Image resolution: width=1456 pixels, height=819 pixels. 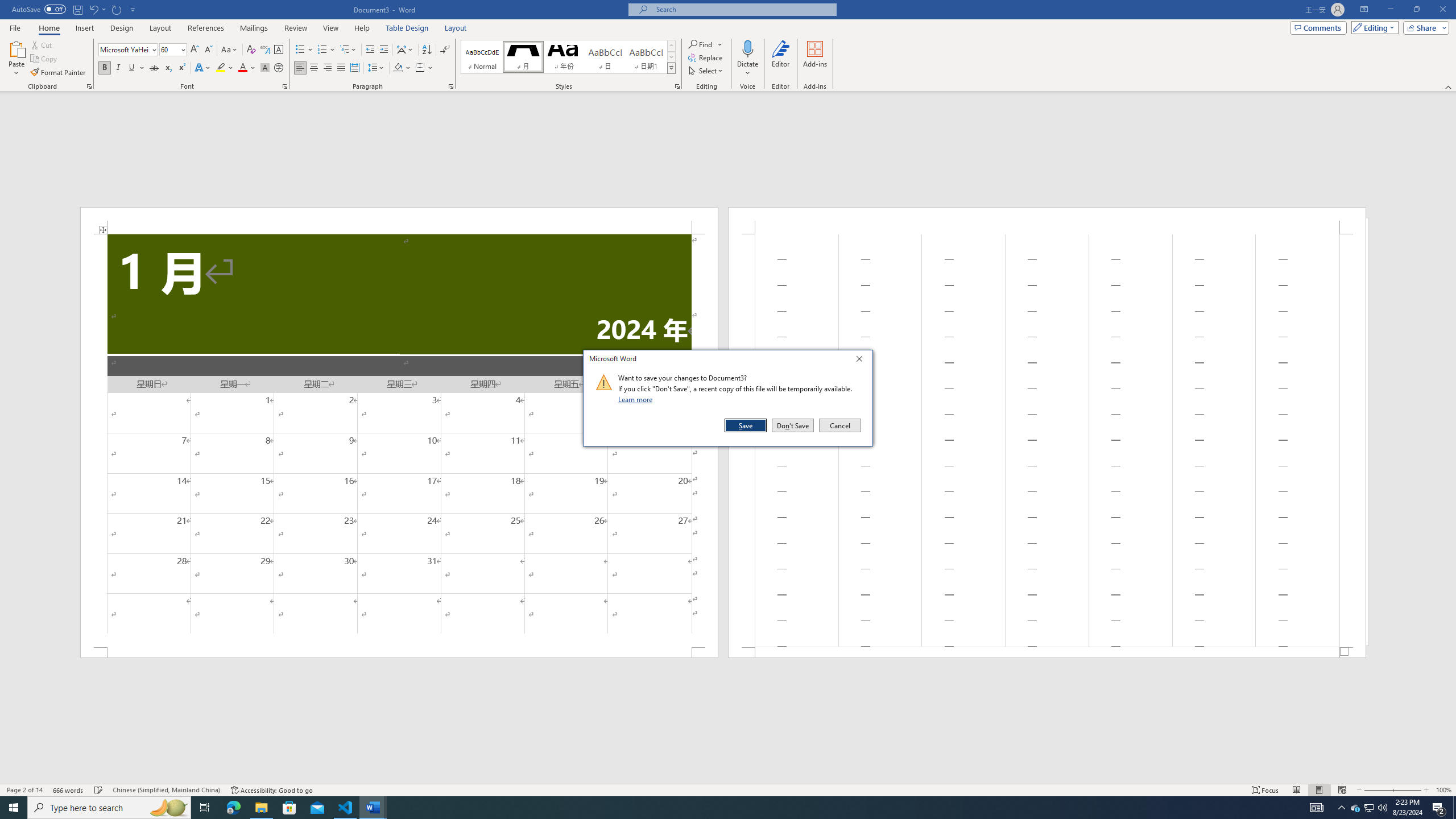 I want to click on 'Word - 2 running windows', so click(x=373, y=806).